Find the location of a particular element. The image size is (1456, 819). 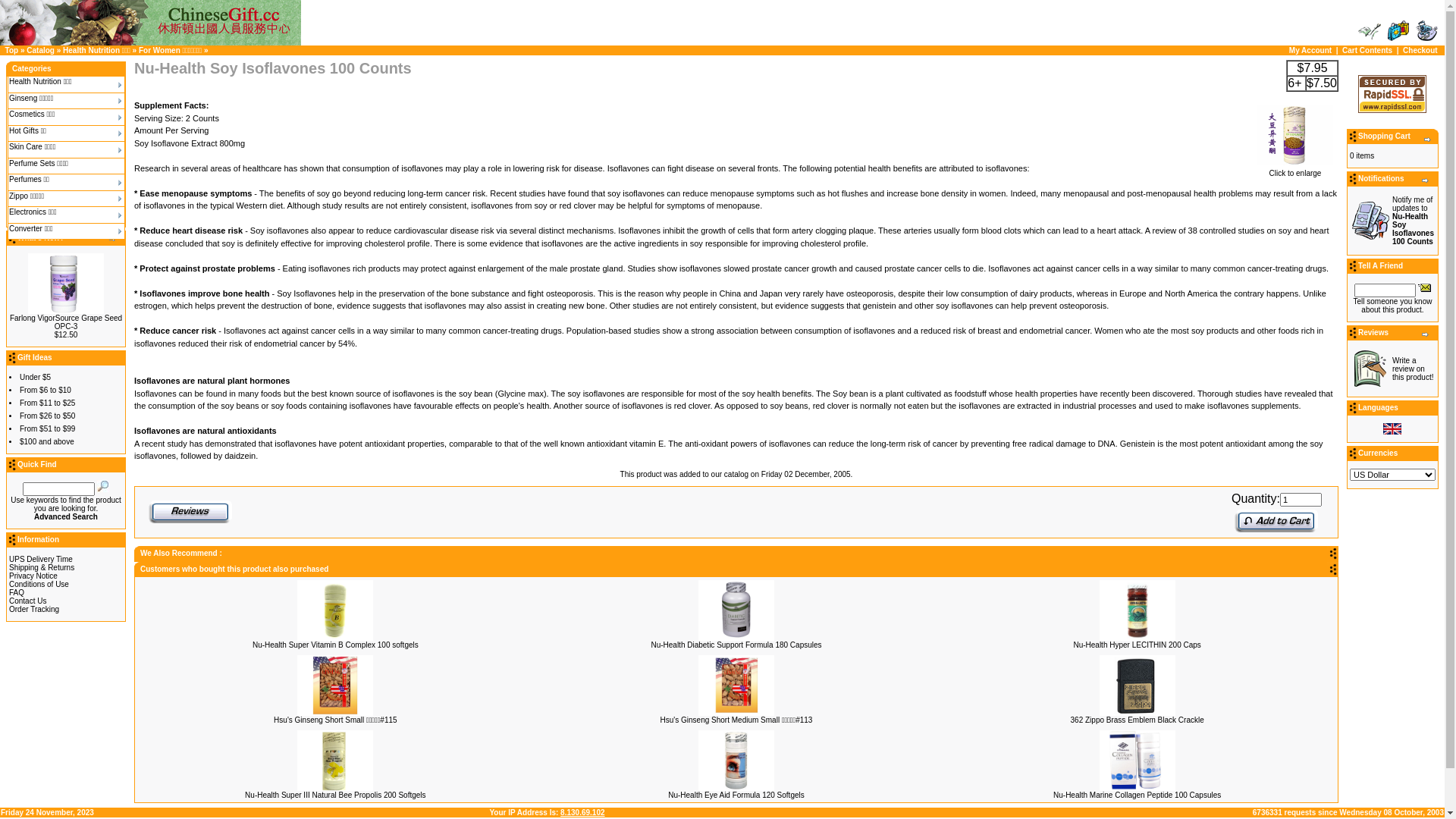

'My Account' is located at coordinates (1310, 49).